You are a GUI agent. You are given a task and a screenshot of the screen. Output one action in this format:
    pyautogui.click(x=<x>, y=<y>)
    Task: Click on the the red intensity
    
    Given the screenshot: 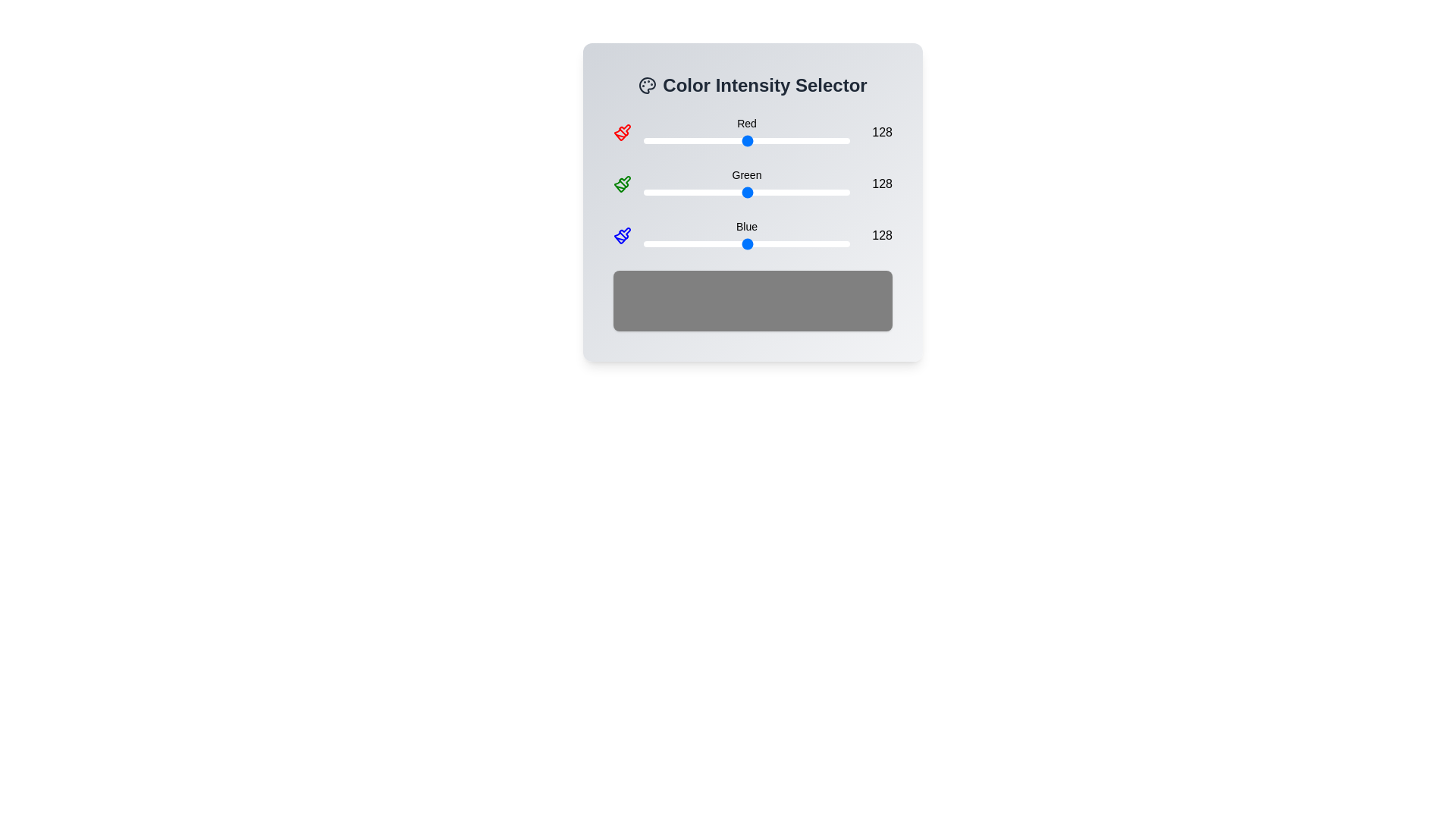 What is the action you would take?
    pyautogui.click(x=792, y=140)
    